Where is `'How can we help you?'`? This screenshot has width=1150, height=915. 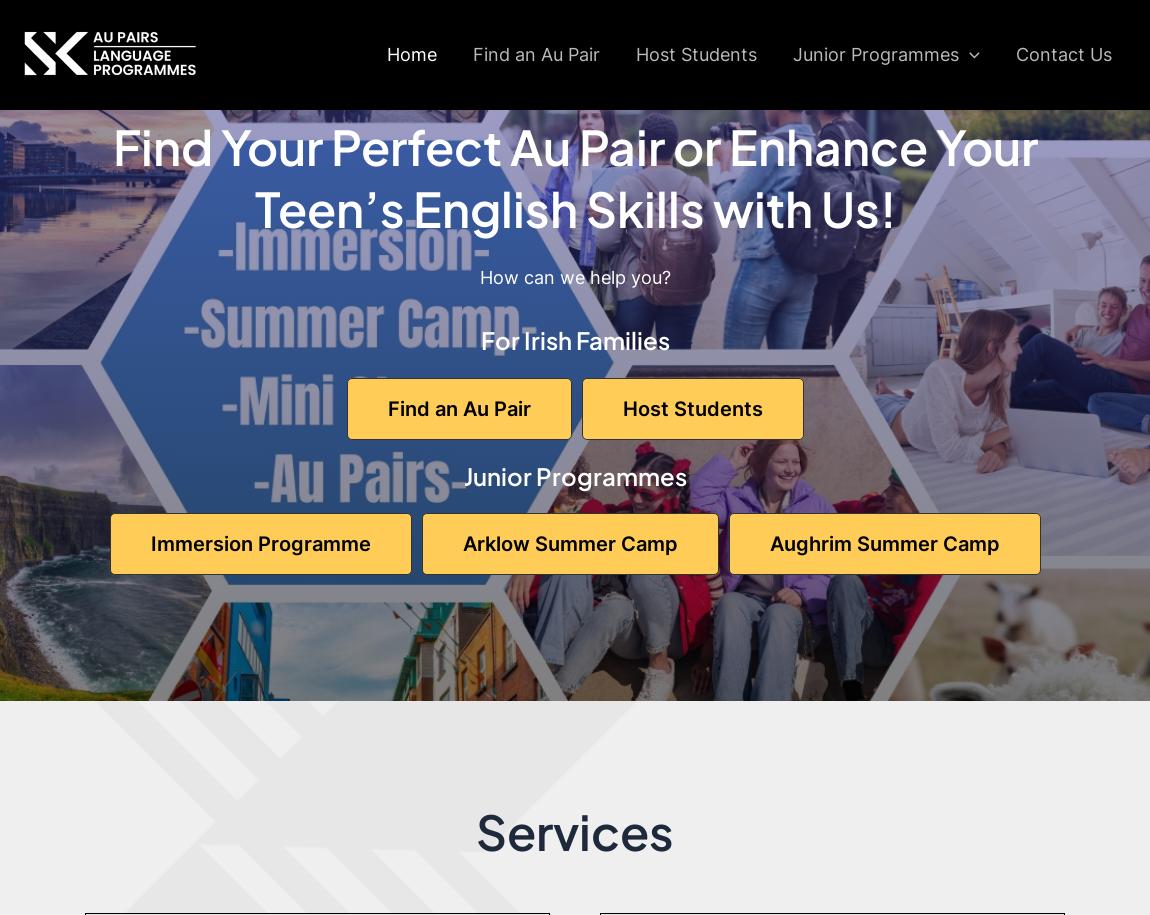
'How can we help you?' is located at coordinates (574, 275).